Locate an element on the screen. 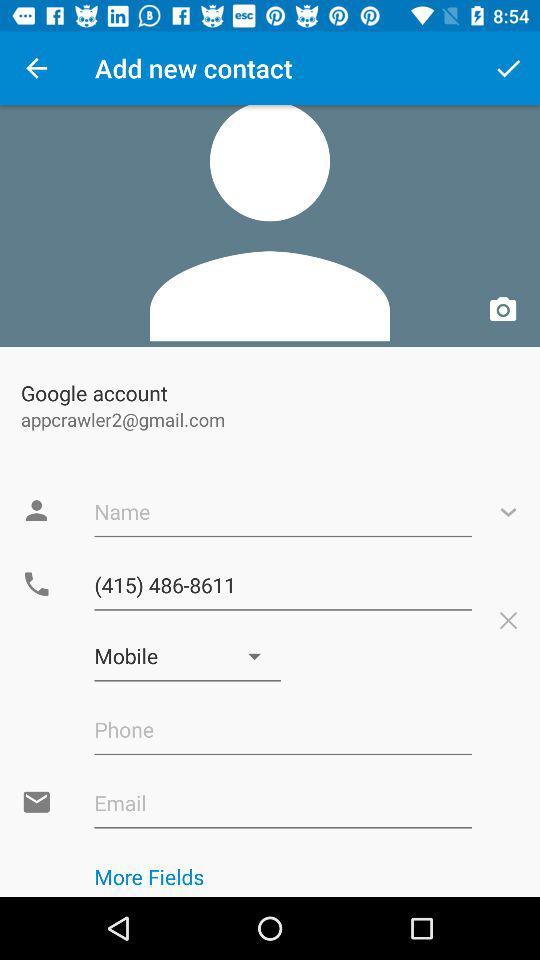 The image size is (540, 960). the contact icon beside name is located at coordinates (36, 510).